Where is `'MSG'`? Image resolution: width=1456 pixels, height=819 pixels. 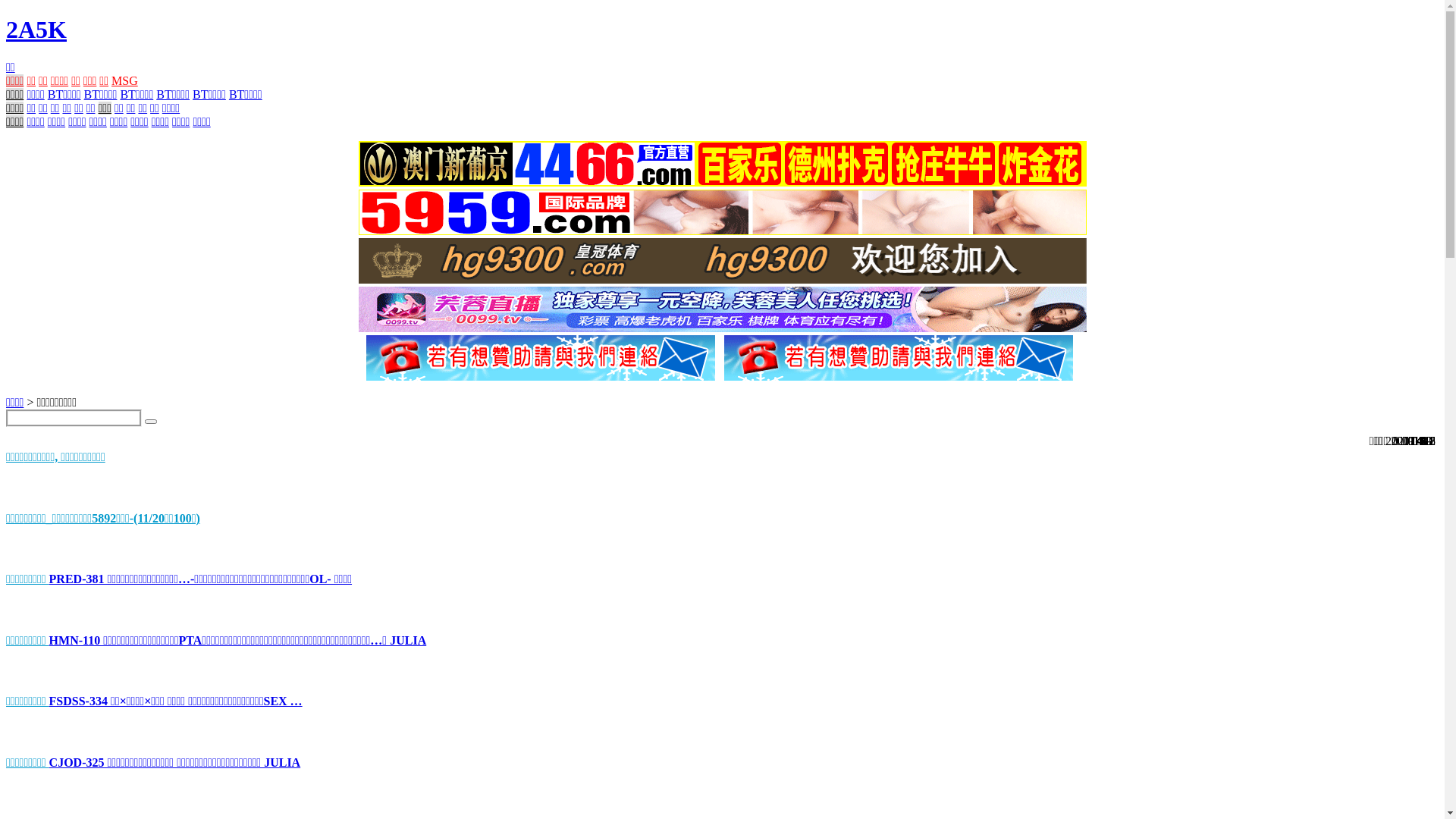 'MSG' is located at coordinates (124, 80).